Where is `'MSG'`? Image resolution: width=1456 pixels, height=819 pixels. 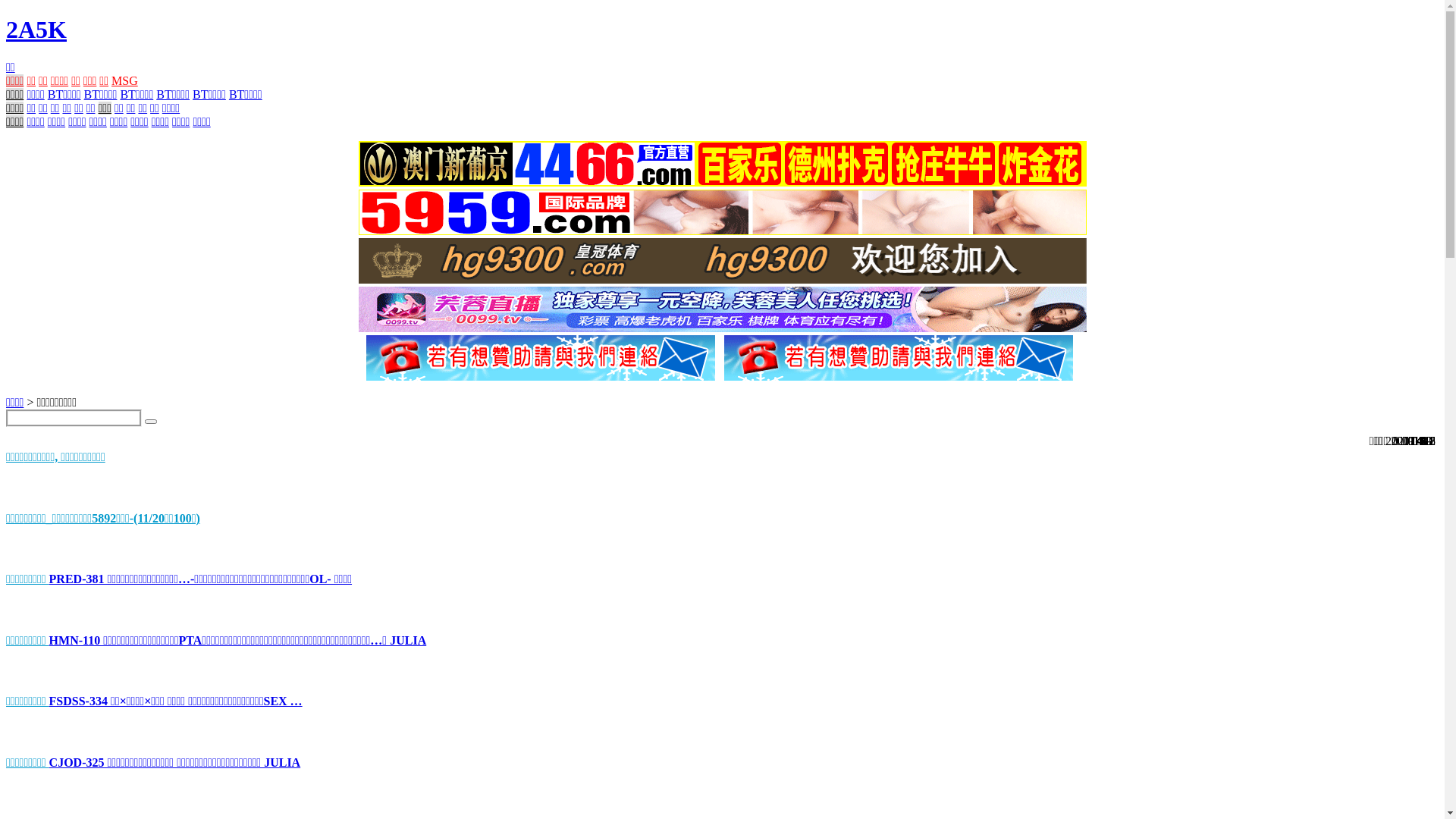 'MSG' is located at coordinates (124, 80).